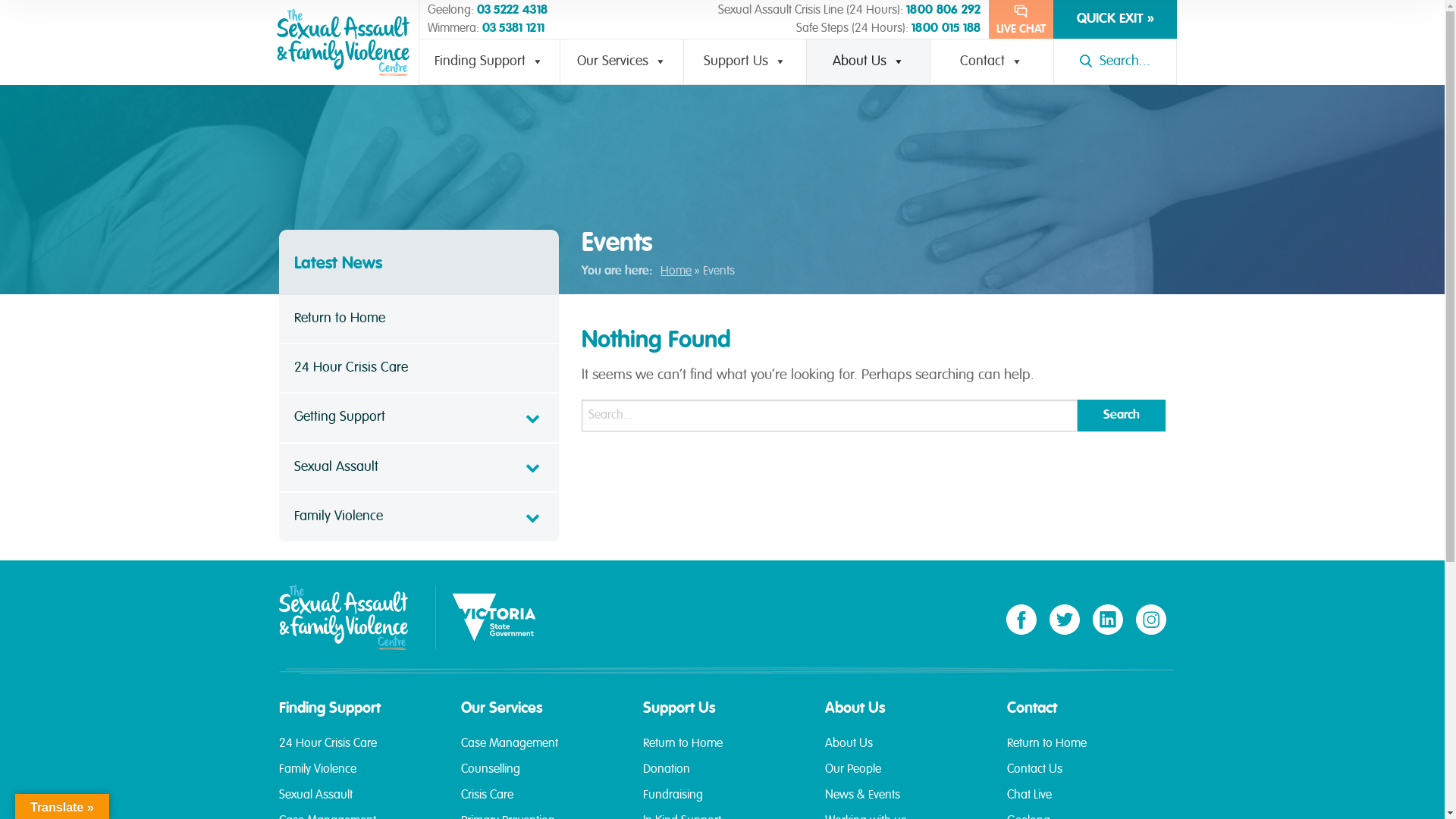 The image size is (1456, 819). Describe the element at coordinates (989, 19) in the screenshot. I see `'LIVE CHAT'` at that location.